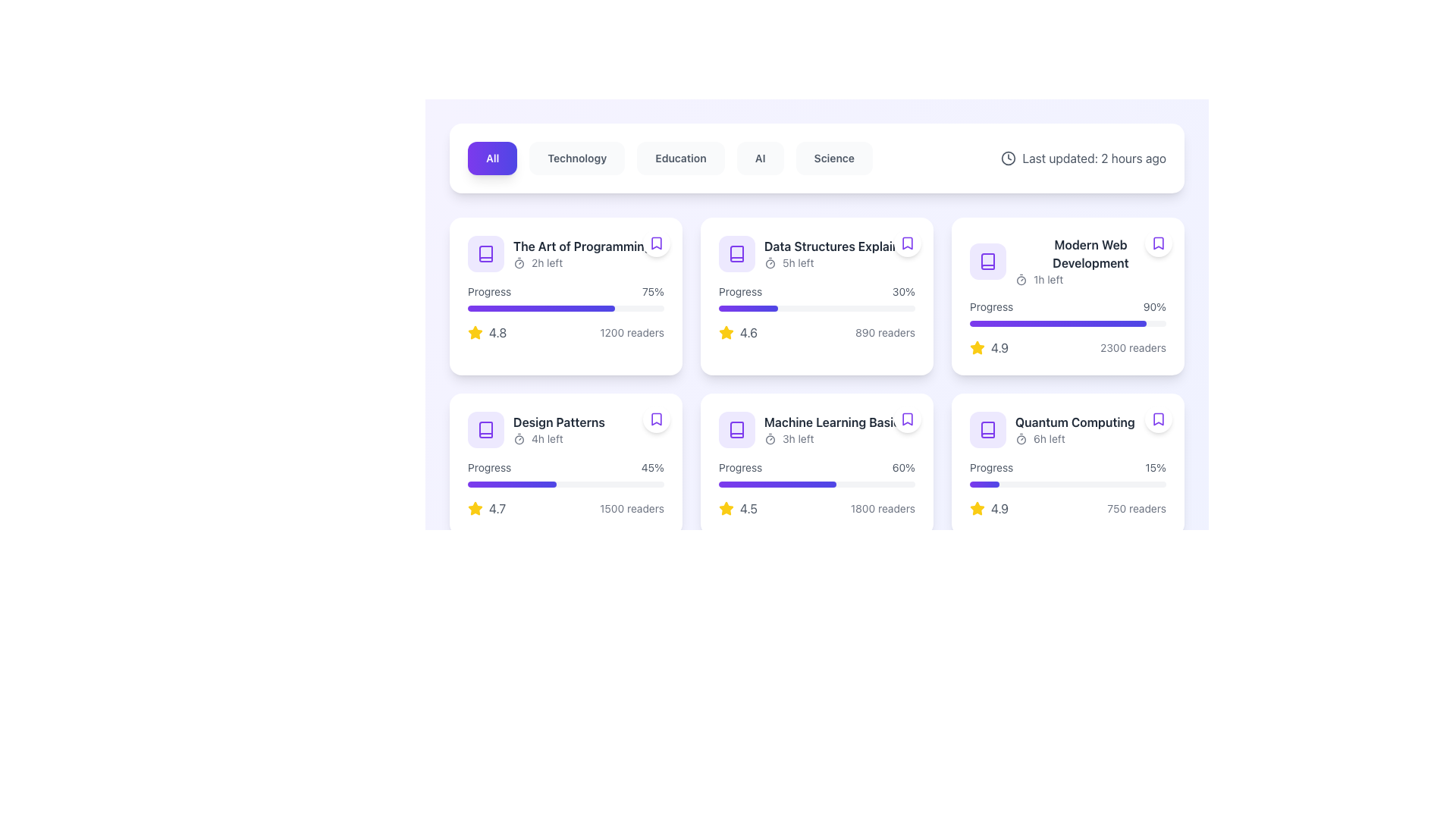  I want to click on the text element displaying '4.9', which is styled in gray and positioned next to a star icon in the bottom-right corner of the card layout, so click(999, 348).